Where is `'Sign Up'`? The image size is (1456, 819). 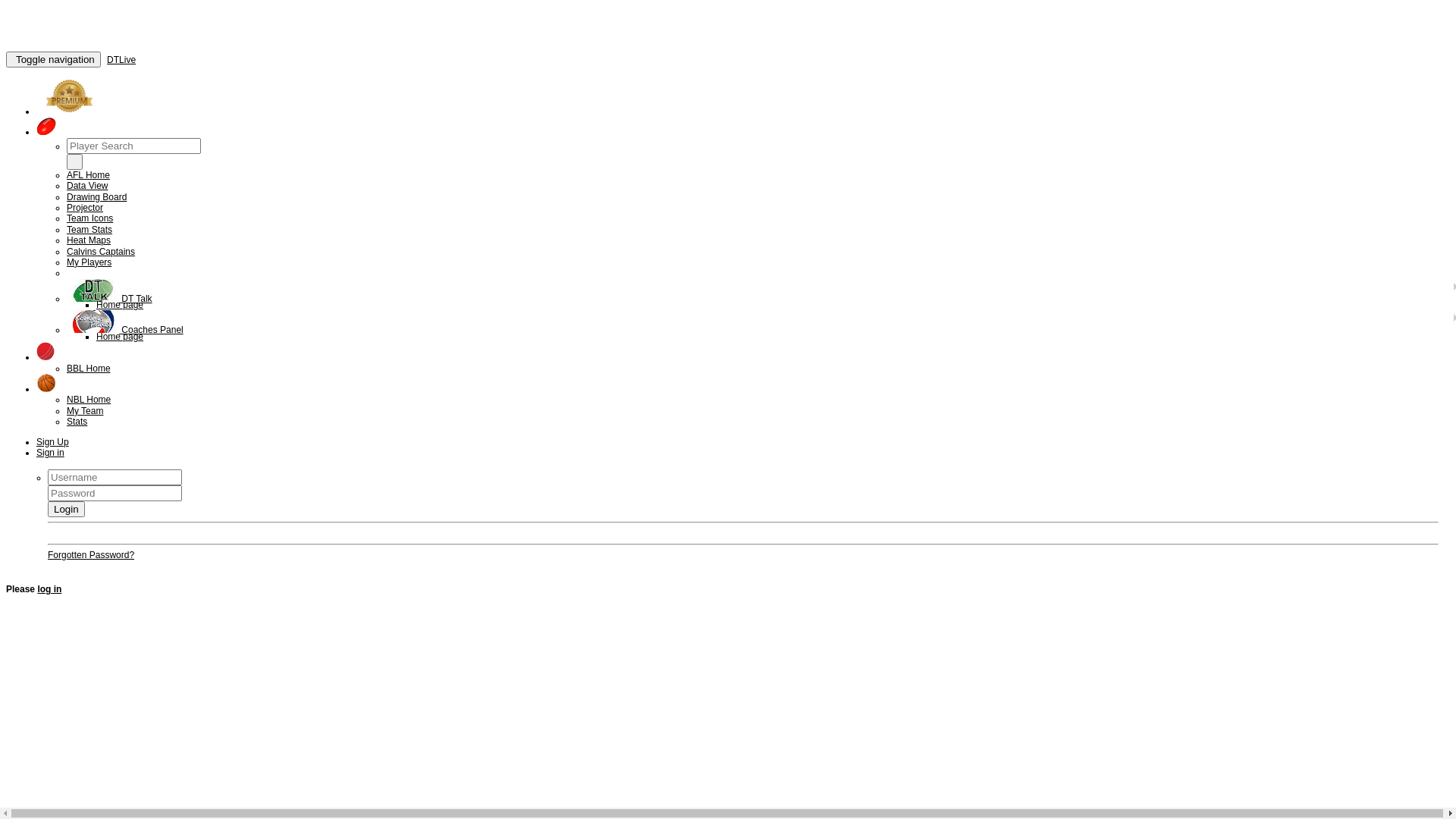 'Sign Up' is located at coordinates (52, 441).